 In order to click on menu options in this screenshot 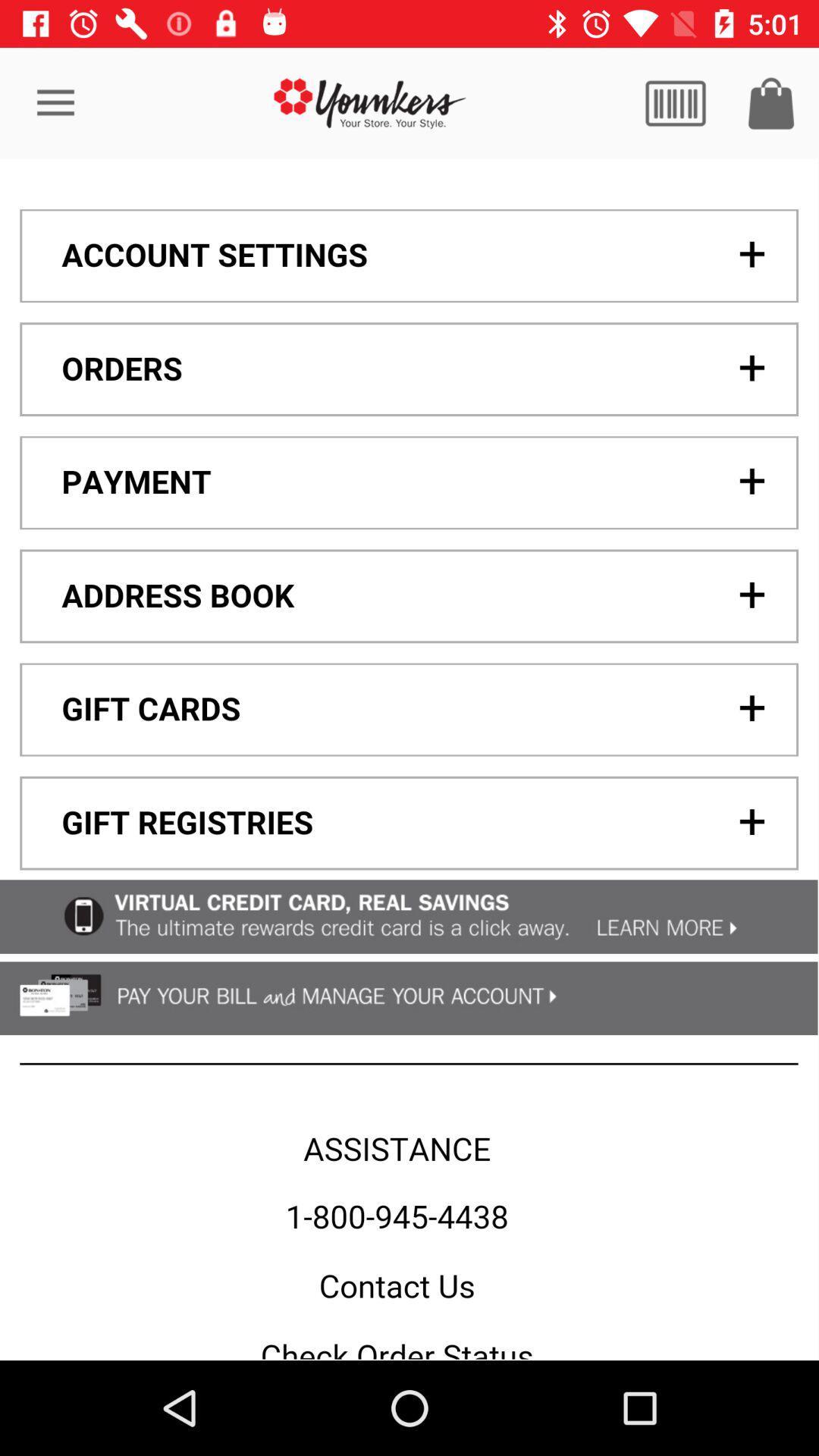, I will do `click(408, 759)`.